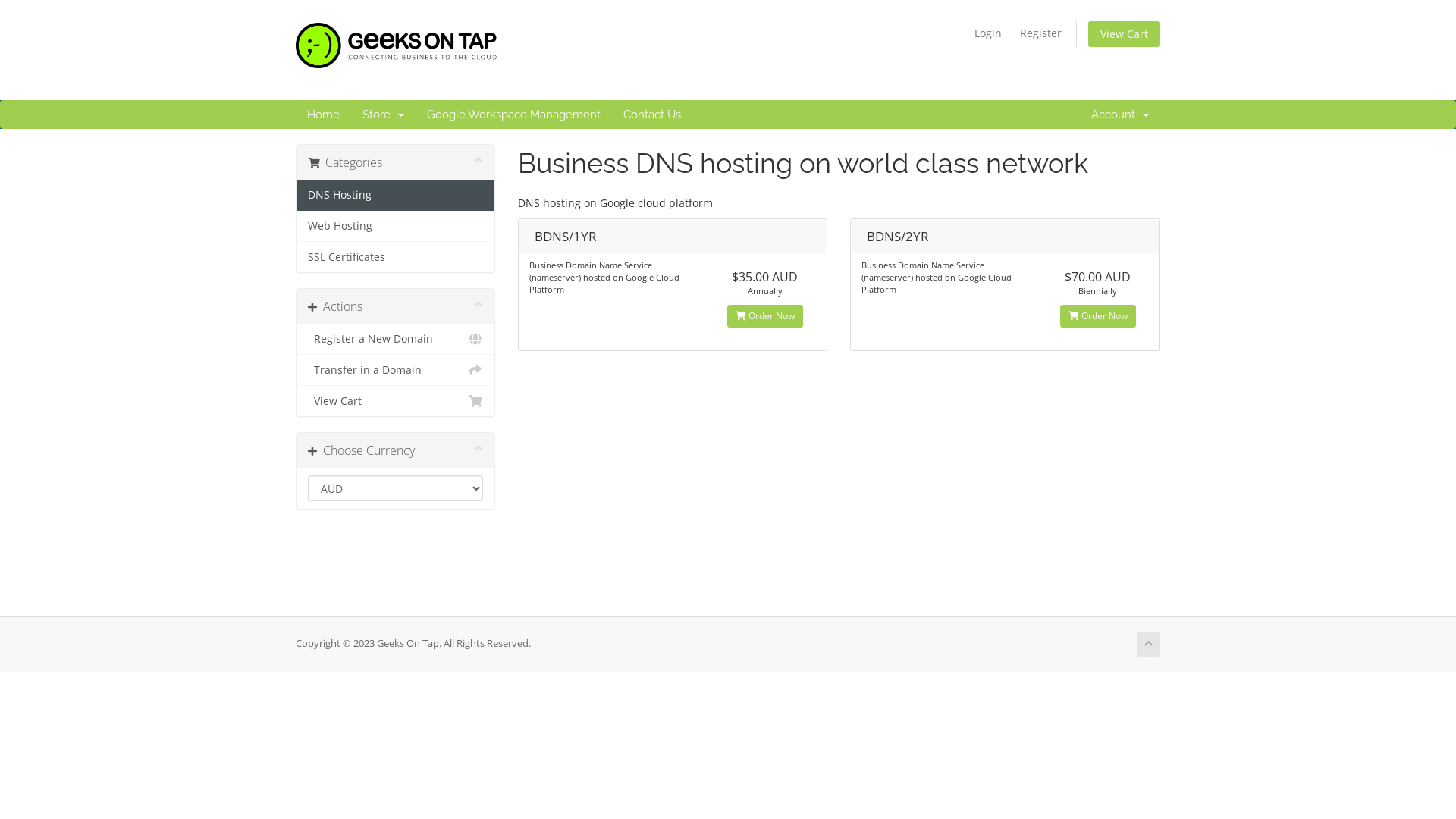  What do you see at coordinates (322, 113) in the screenshot?
I see `'Home'` at bounding box center [322, 113].